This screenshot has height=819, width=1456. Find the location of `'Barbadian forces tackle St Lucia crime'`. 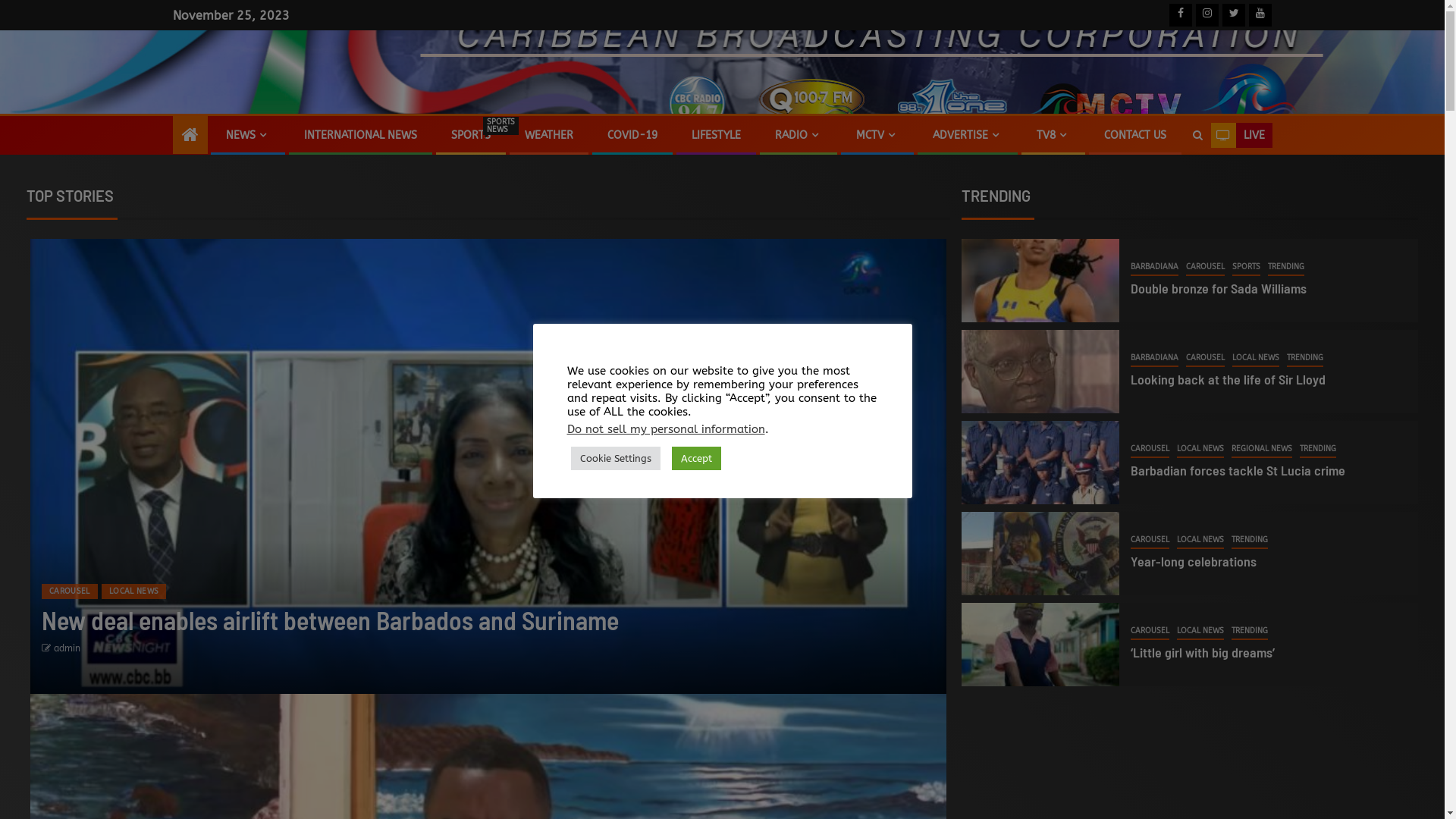

'Barbadian forces tackle St Lucia crime' is located at coordinates (1238, 469).